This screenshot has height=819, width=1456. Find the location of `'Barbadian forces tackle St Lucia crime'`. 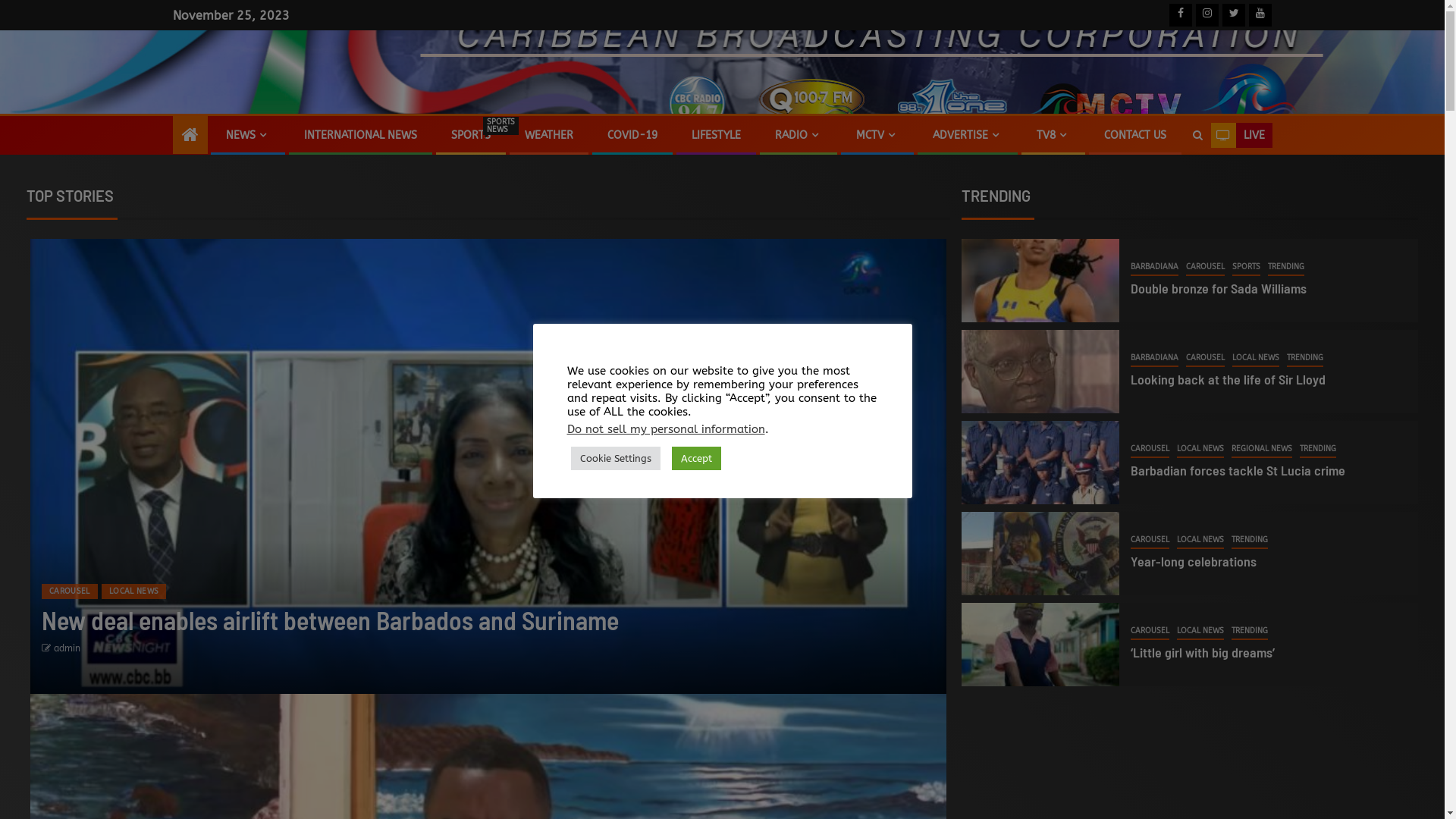

'Barbadian forces tackle St Lucia crime' is located at coordinates (1238, 469).